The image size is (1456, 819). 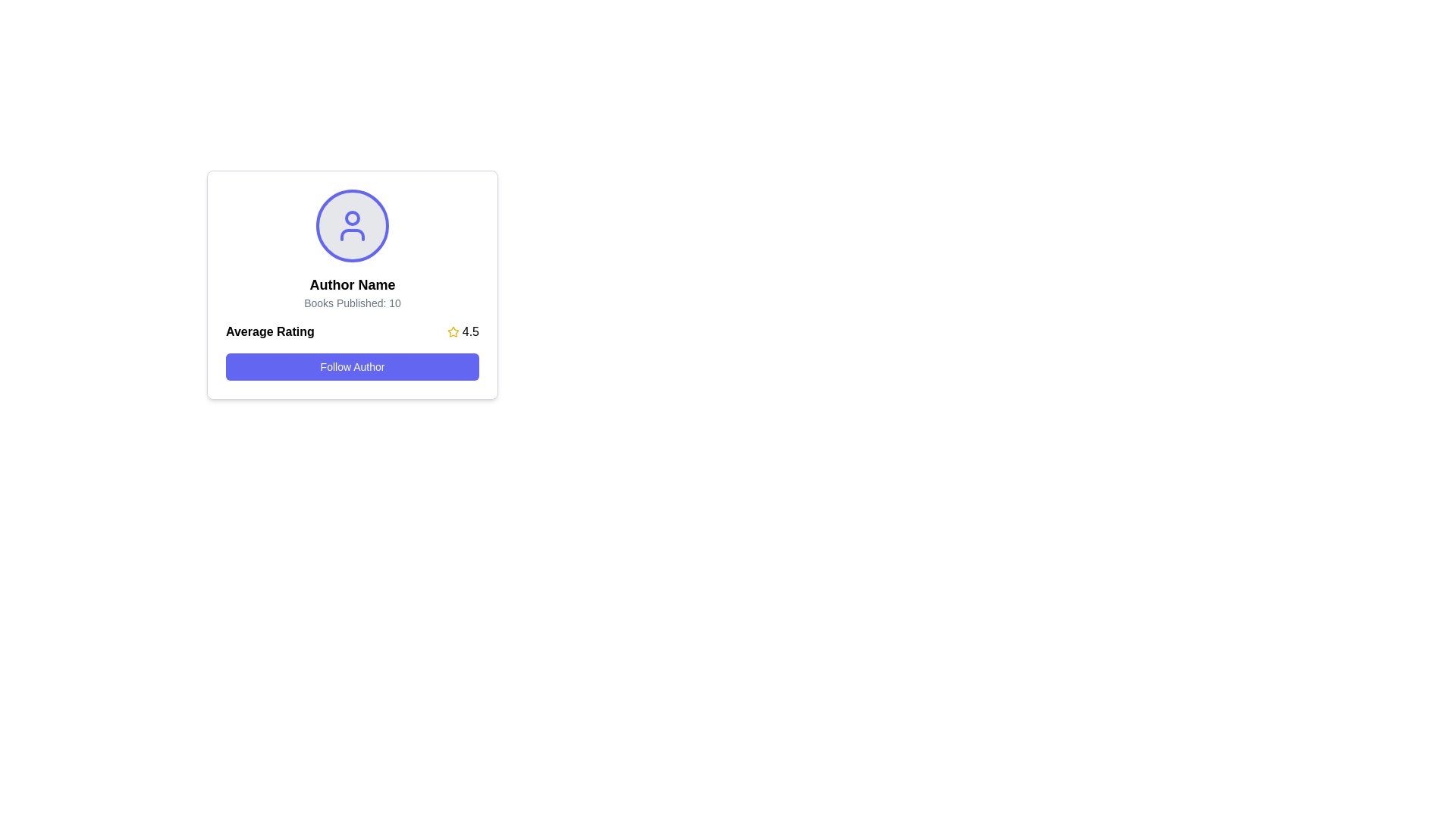 I want to click on the circular head shape within the user icon SVG, which is centrally located at the top of the user card layout, so click(x=352, y=218).